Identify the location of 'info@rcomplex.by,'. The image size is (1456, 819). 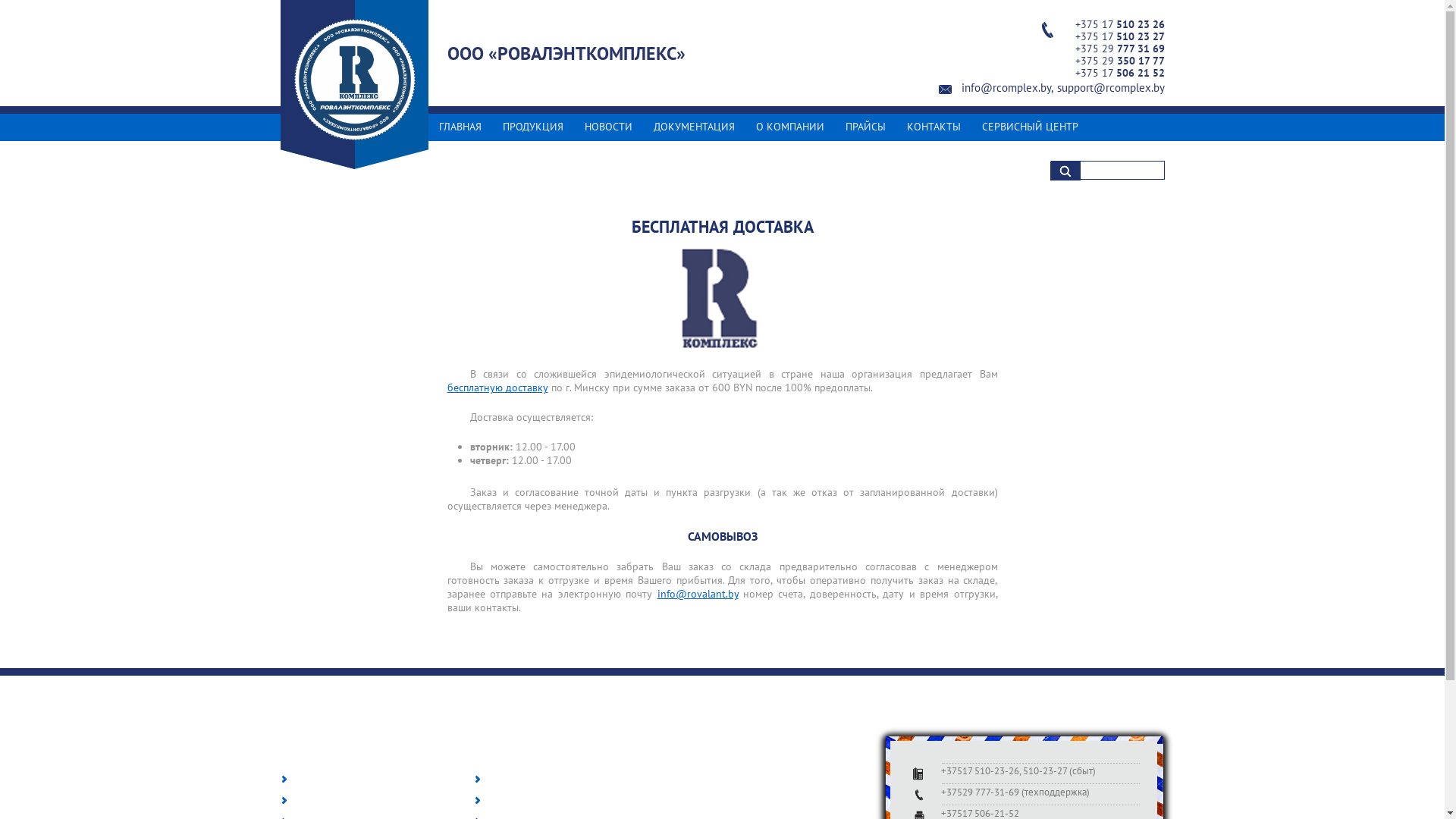
(960, 87).